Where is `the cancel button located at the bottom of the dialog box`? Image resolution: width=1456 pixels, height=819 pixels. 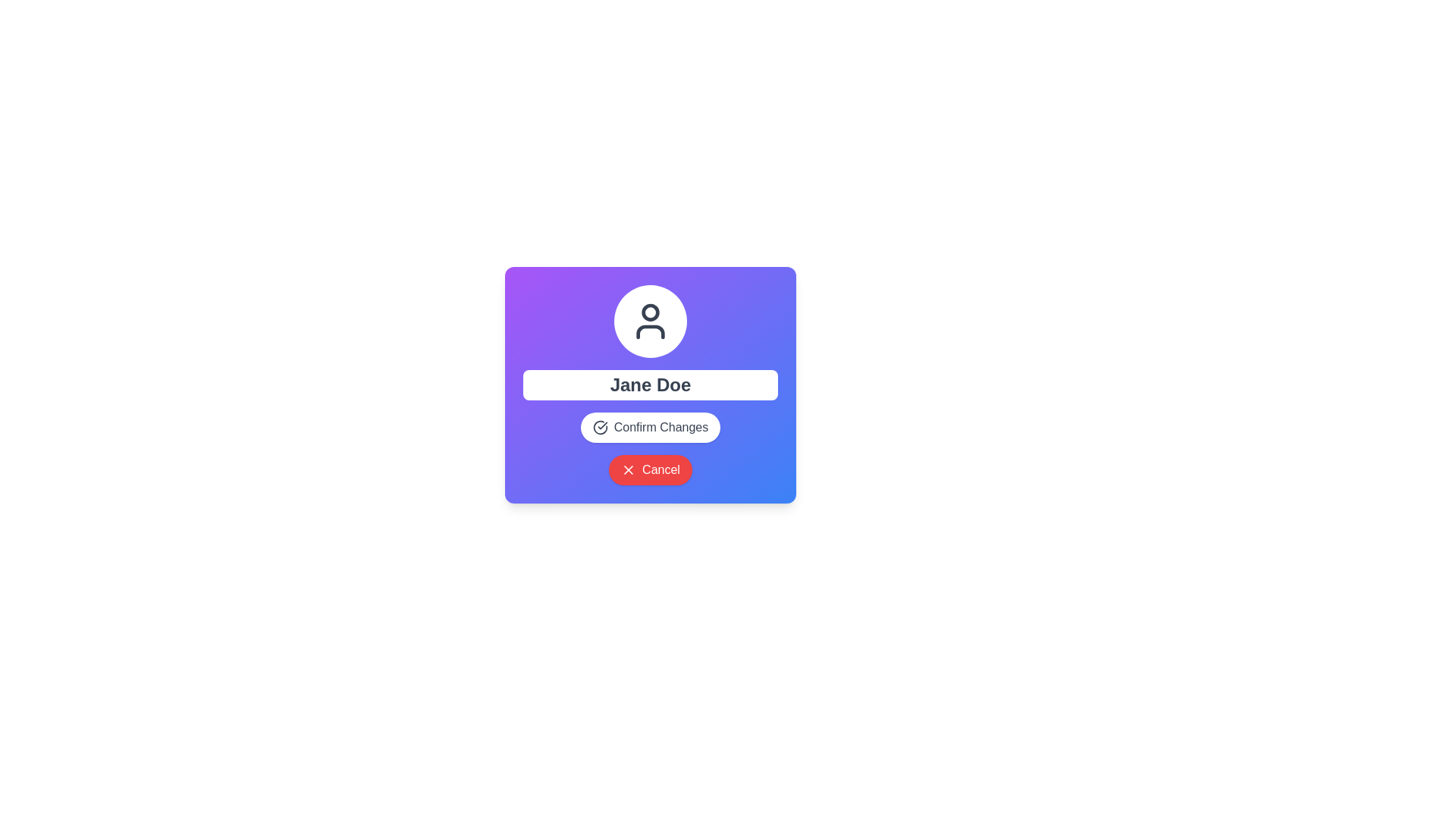 the cancel button located at the bottom of the dialog box is located at coordinates (651, 469).